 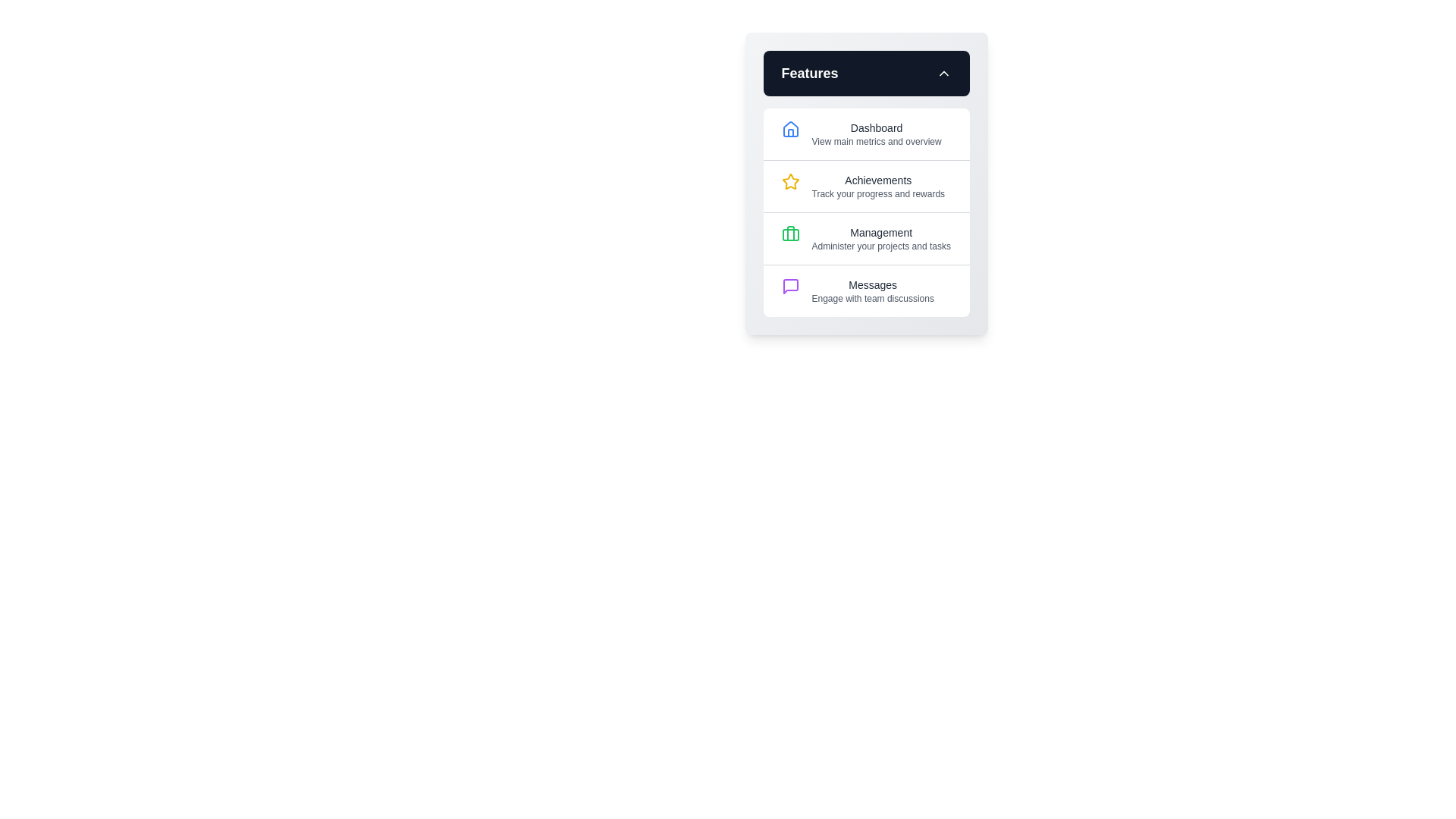 I want to click on the 'Dashboard' icon, which is the leftmost icon in the 'Features' section at the top of the menu, so click(x=789, y=132).